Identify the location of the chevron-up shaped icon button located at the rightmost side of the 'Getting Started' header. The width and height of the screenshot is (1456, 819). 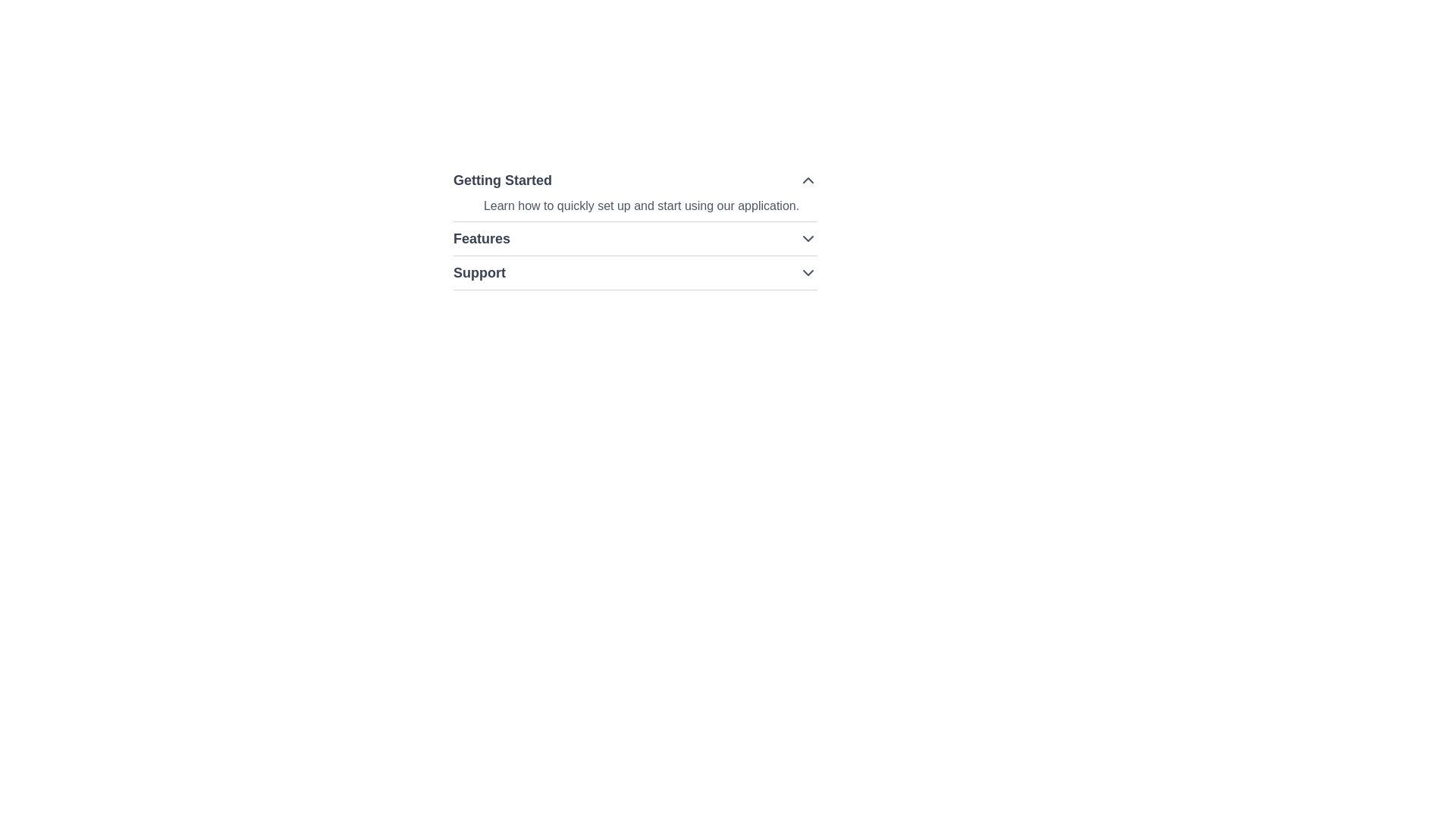
(807, 180).